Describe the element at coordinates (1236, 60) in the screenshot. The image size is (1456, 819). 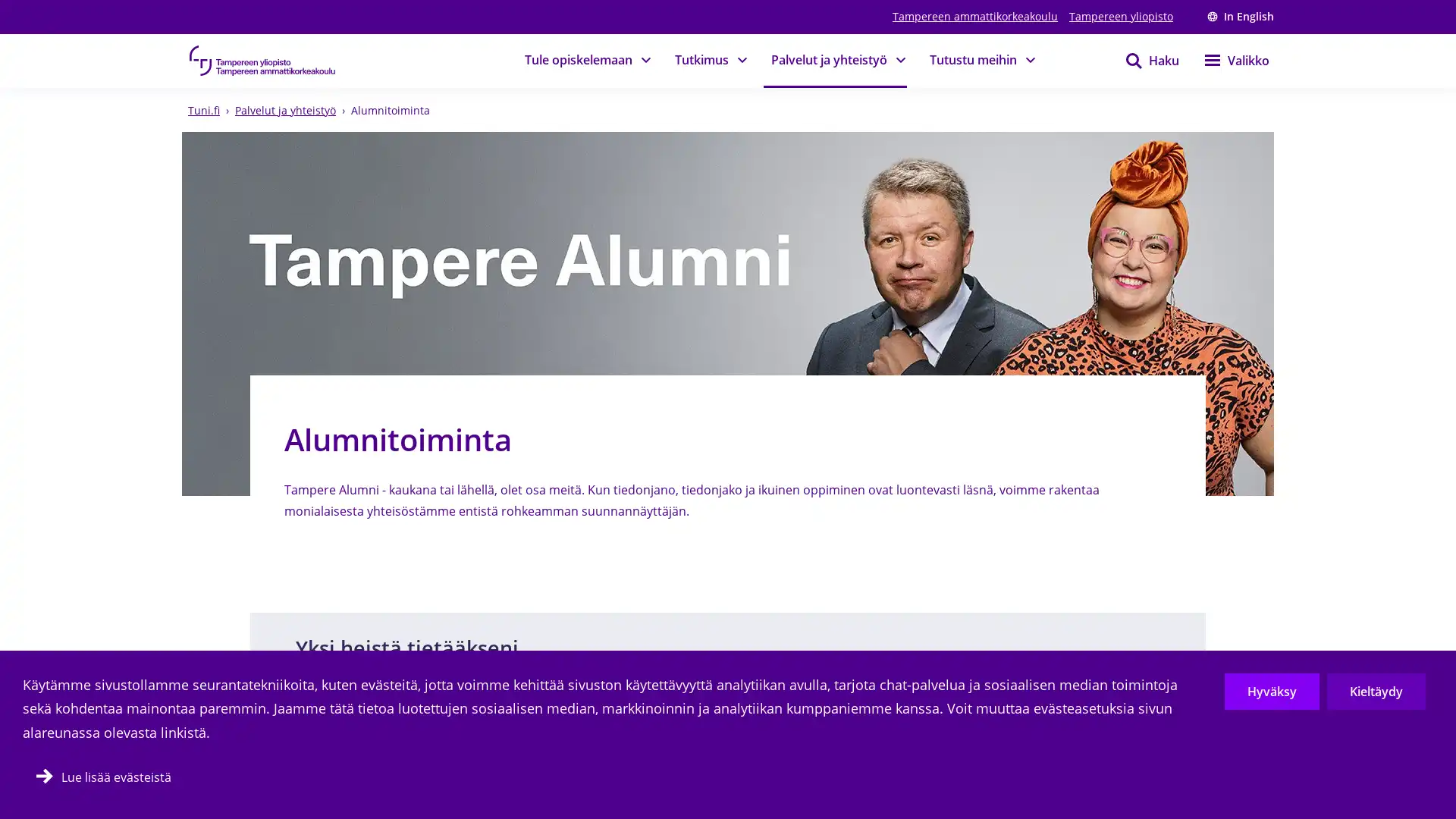
I see `Valikko` at that location.